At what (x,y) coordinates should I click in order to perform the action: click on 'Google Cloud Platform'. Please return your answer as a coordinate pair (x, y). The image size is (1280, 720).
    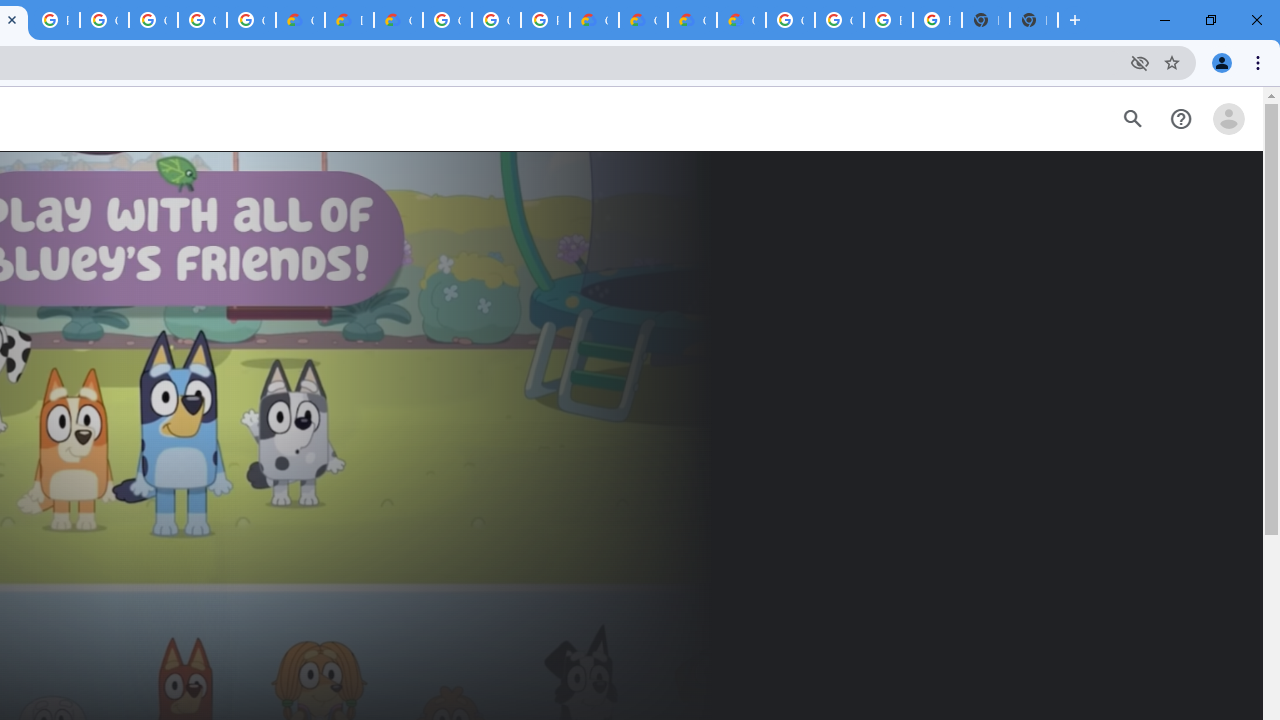
    Looking at the image, I should click on (446, 20).